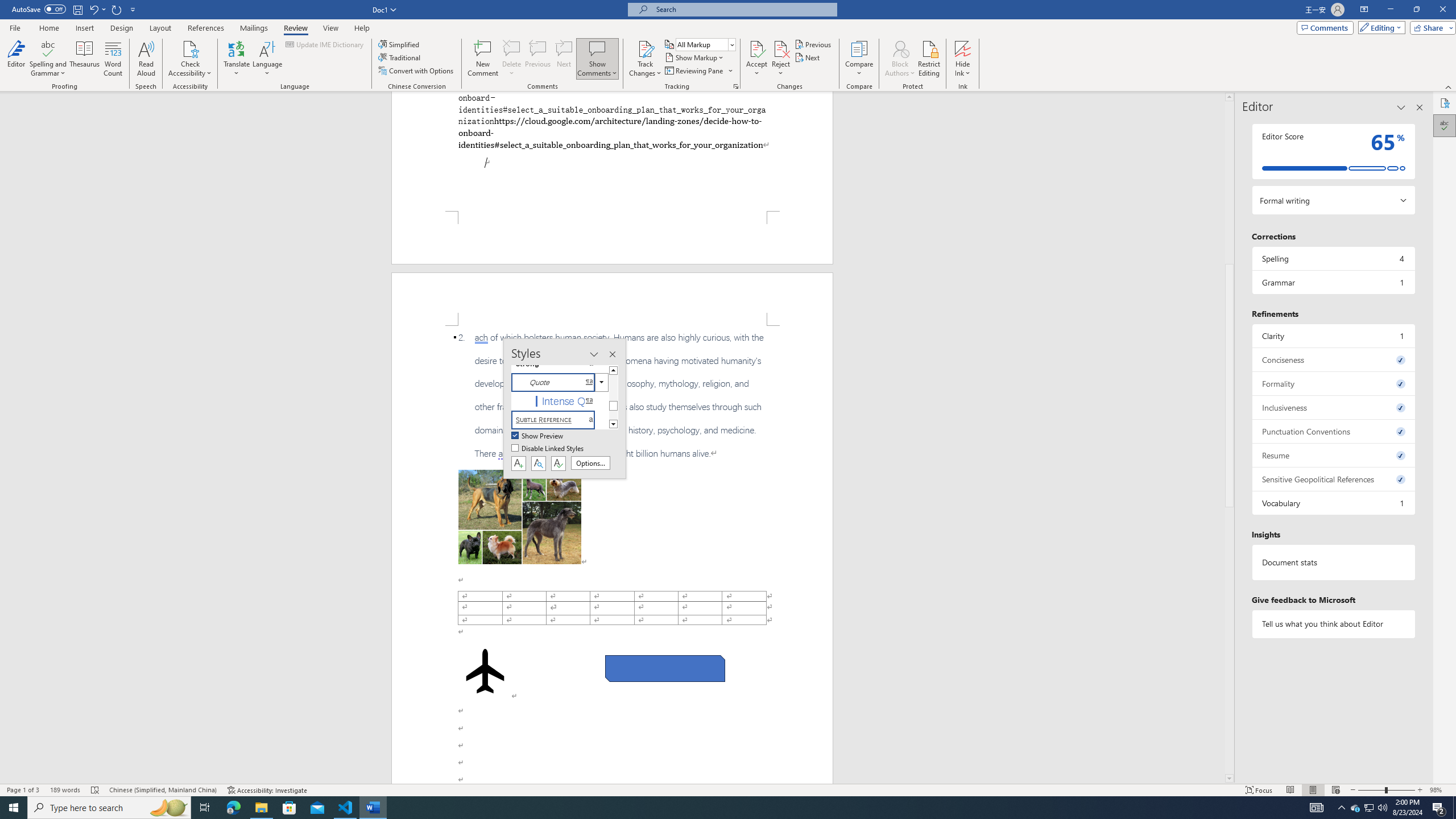 The width and height of the screenshot is (1456, 819). Describe the element at coordinates (590, 462) in the screenshot. I see `'Options...'` at that location.